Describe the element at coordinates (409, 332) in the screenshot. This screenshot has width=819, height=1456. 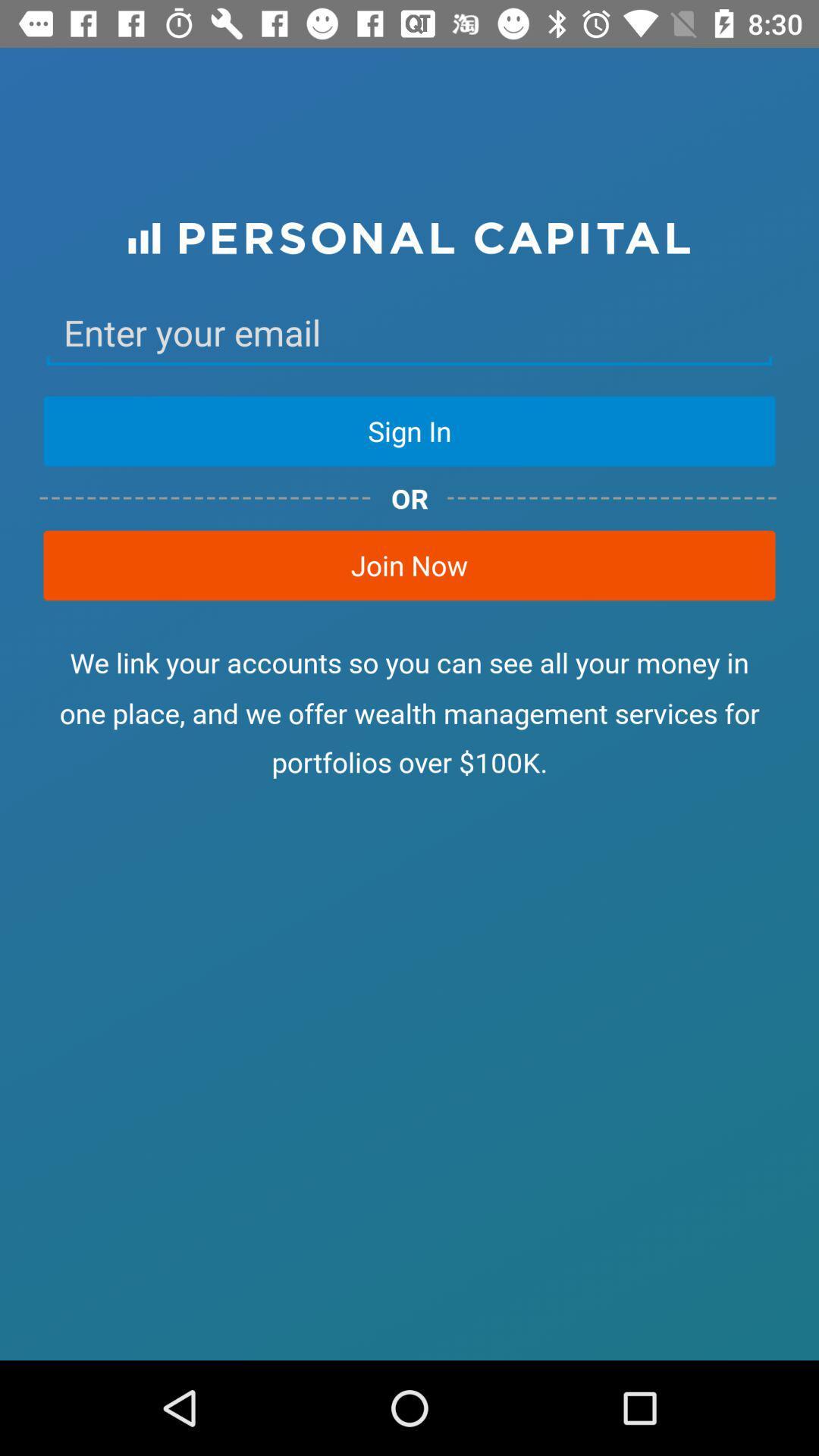
I see `email option` at that location.